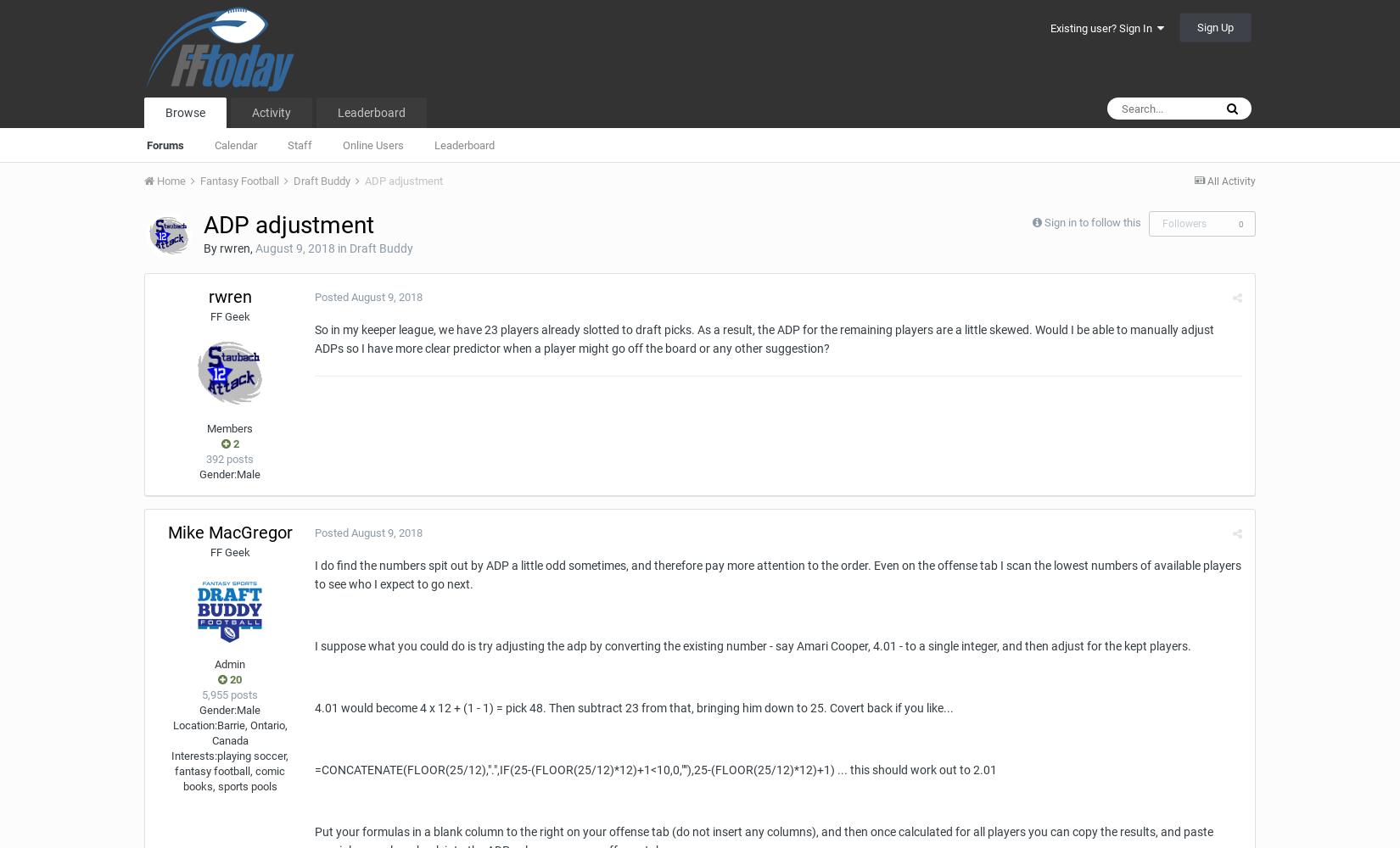  Describe the element at coordinates (234, 444) in the screenshot. I see `'2'` at that location.